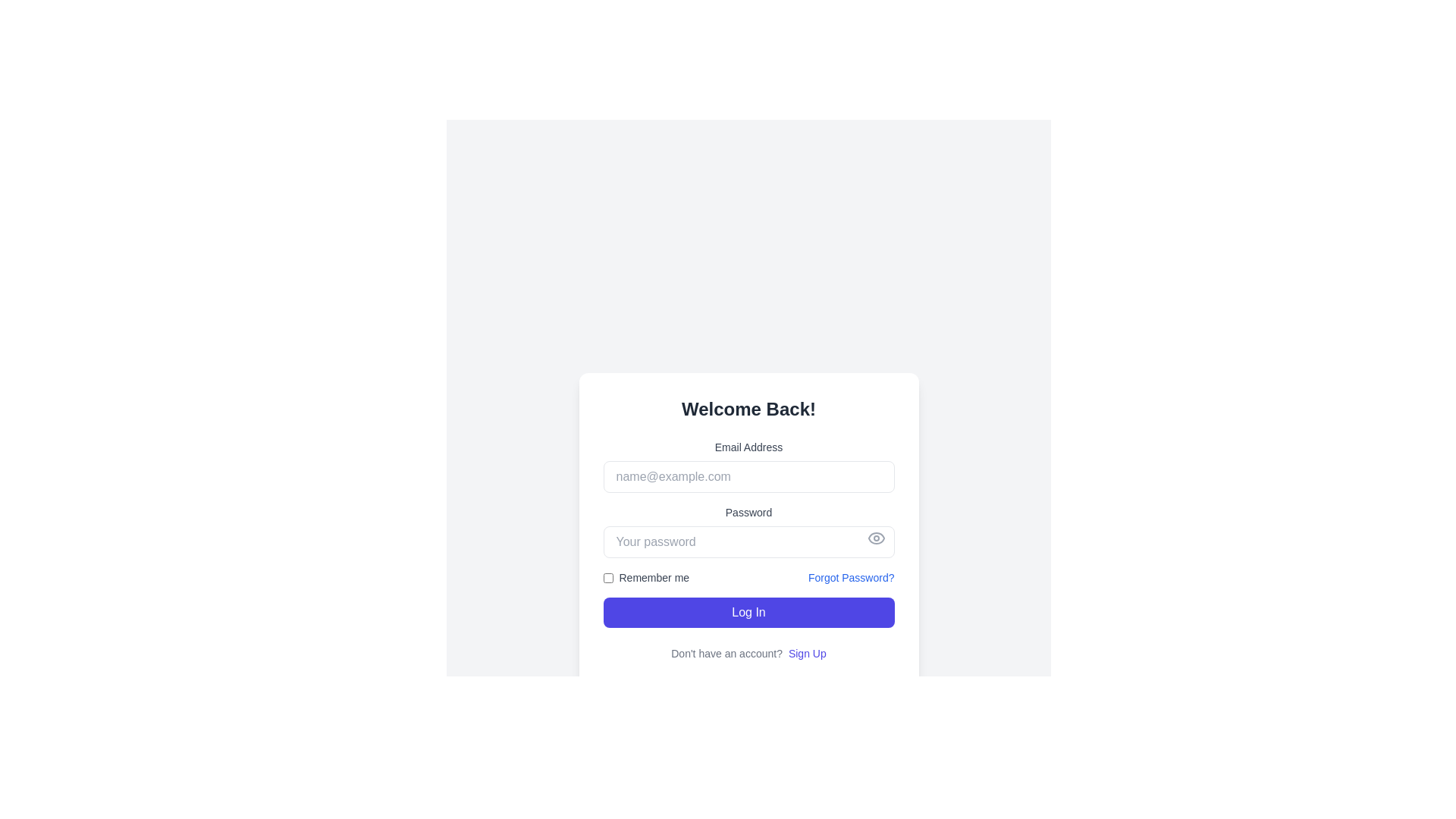  I want to click on the 'Sign Up' hyperlink located below the 'Log In' button in gray text, which navigates to the sign-up page, so click(748, 652).